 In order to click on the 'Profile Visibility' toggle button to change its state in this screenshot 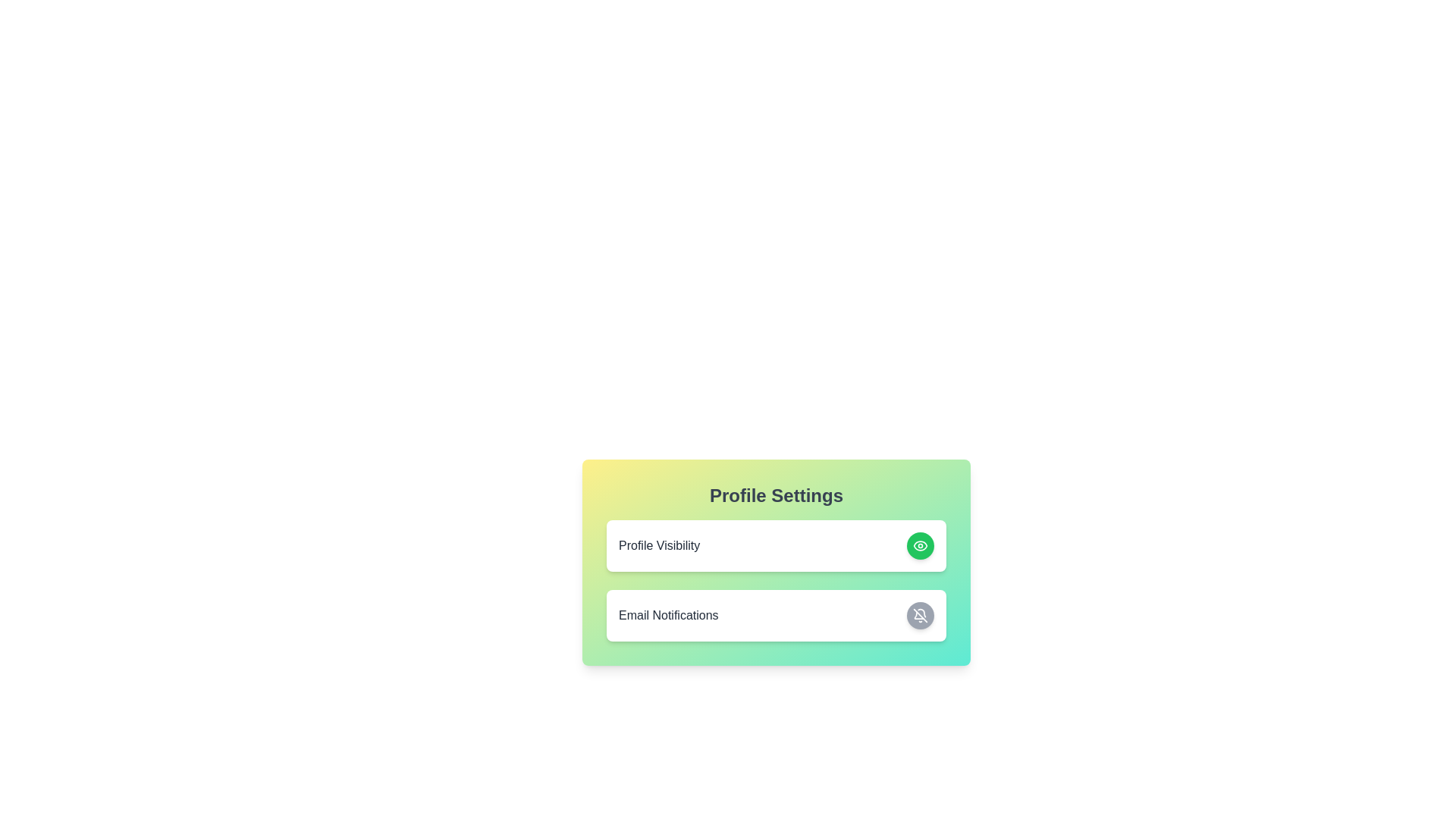, I will do `click(920, 546)`.